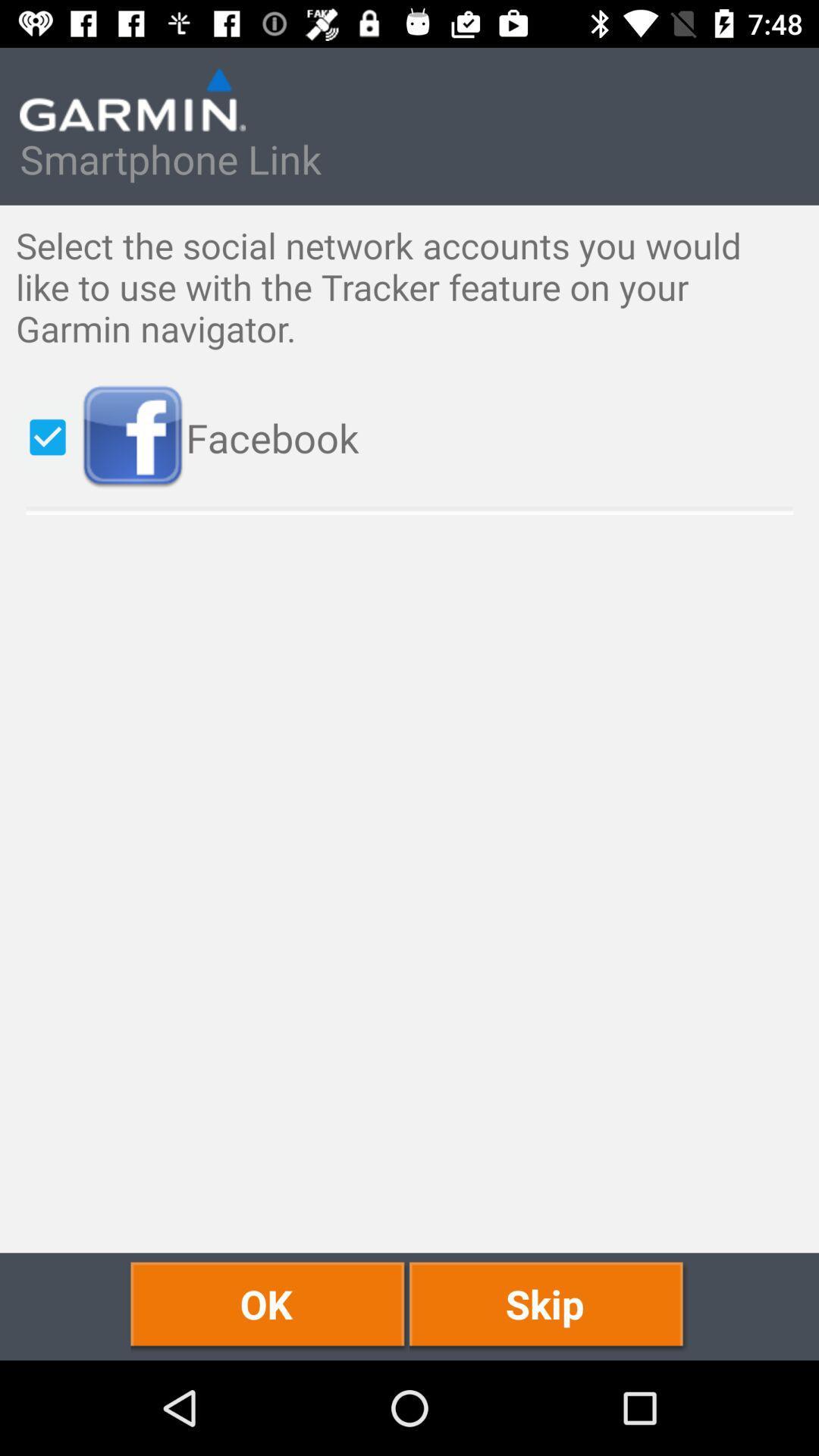 The image size is (819, 1456). I want to click on skip at the bottom right corner, so click(548, 1306).